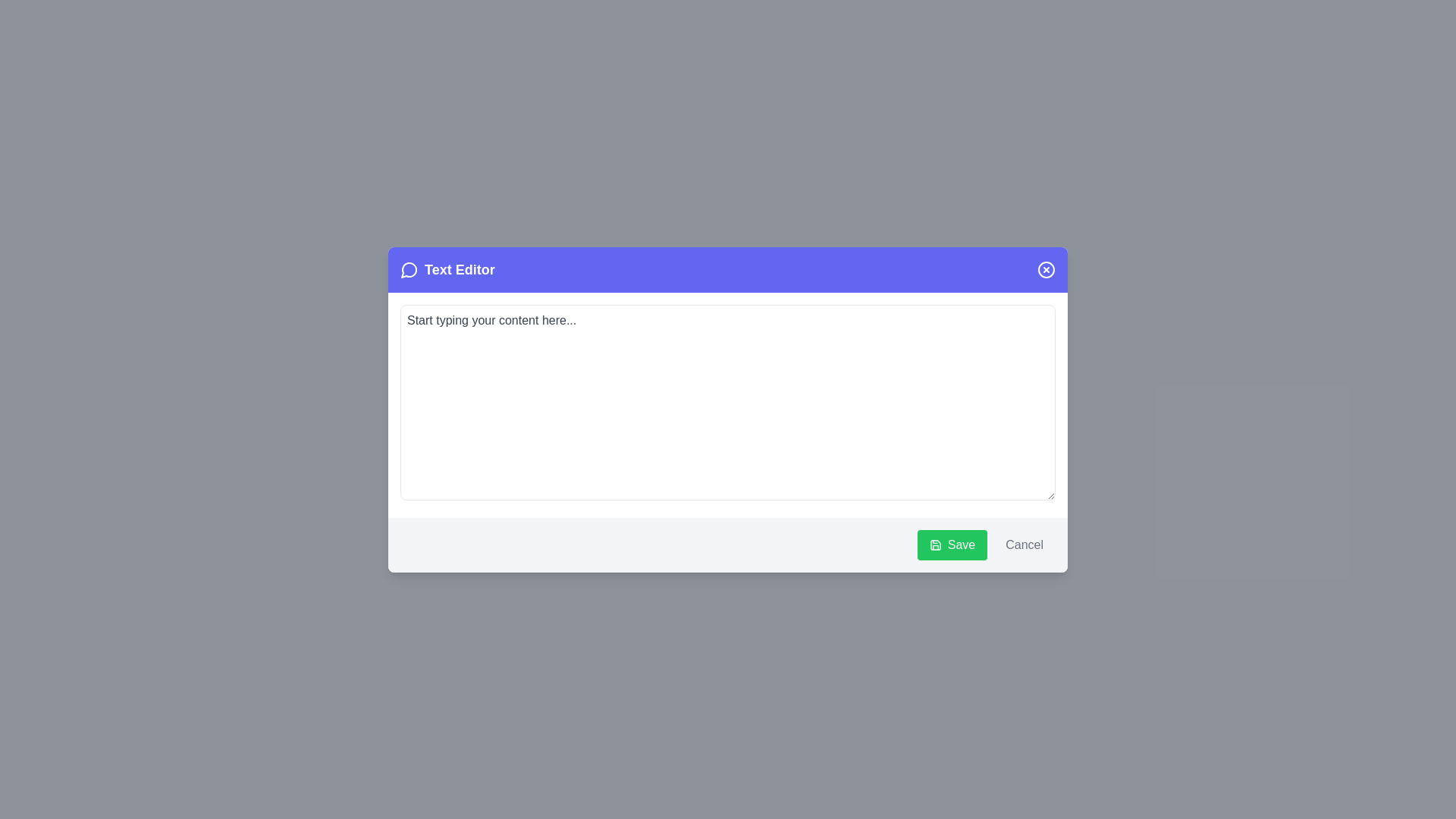 The image size is (1456, 819). Describe the element at coordinates (1024, 543) in the screenshot. I see `the cancel button to close the dialog` at that location.